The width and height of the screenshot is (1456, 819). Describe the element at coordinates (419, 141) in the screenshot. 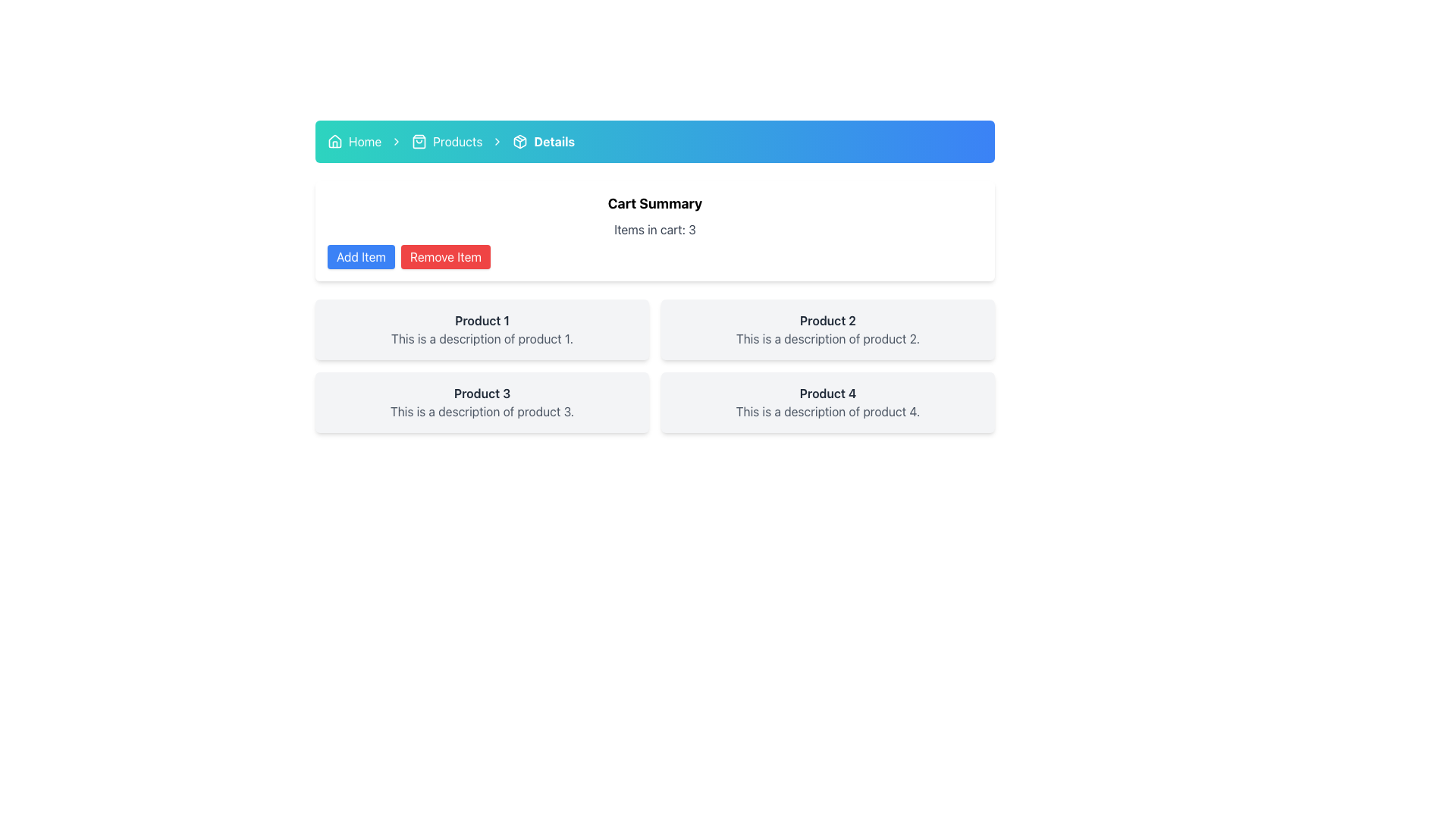

I see `the shopping bag icon in the breadcrumb navigation bar representing the 'Products' step` at that location.